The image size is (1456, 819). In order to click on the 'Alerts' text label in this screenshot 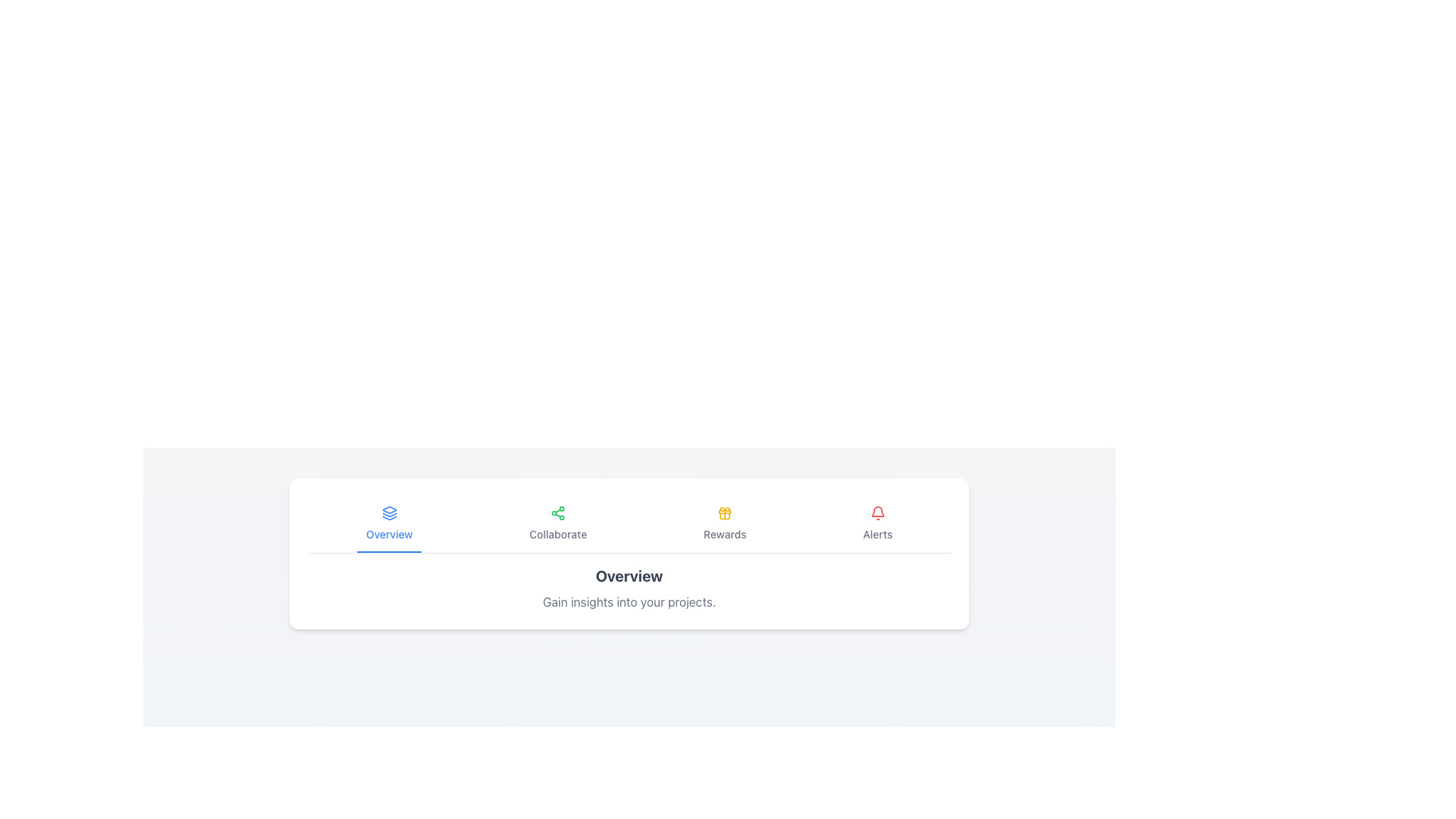, I will do `click(877, 534)`.